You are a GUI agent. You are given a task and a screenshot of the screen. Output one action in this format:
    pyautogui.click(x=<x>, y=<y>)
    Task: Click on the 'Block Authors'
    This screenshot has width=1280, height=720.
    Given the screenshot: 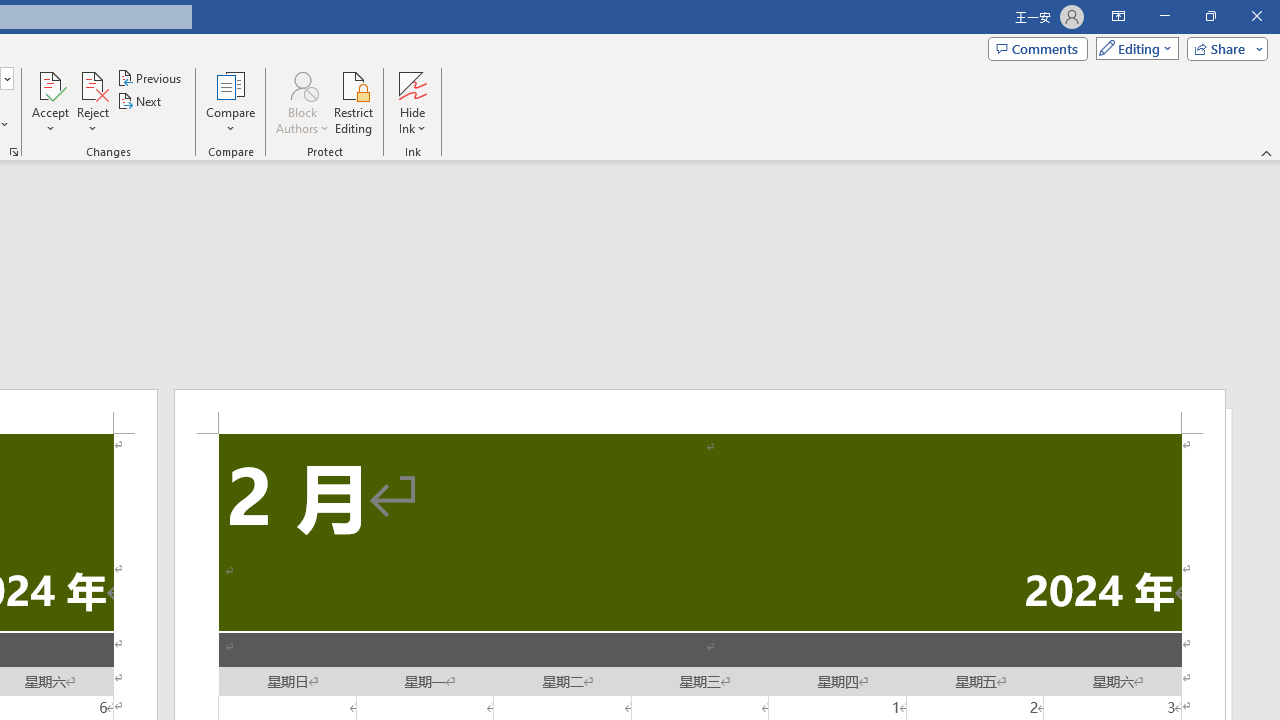 What is the action you would take?
    pyautogui.click(x=301, y=84)
    